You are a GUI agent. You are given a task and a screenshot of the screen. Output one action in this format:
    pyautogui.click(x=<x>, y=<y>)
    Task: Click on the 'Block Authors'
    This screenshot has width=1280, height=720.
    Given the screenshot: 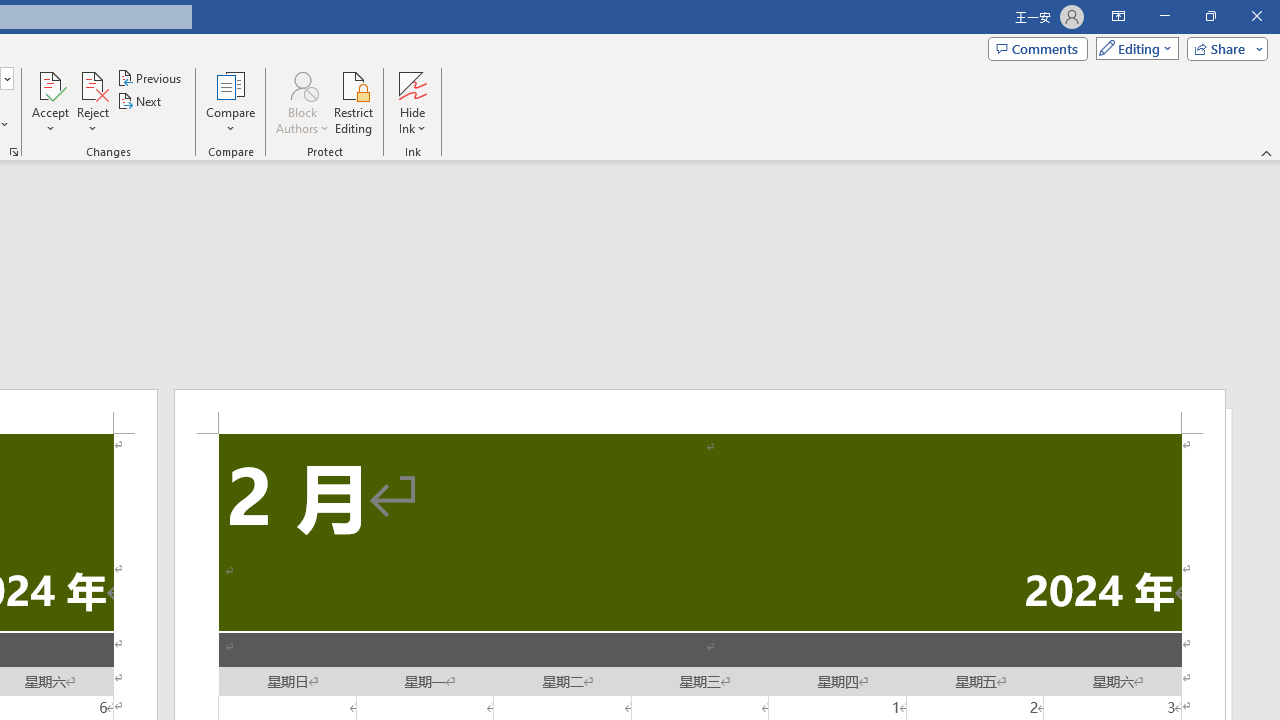 What is the action you would take?
    pyautogui.click(x=301, y=84)
    